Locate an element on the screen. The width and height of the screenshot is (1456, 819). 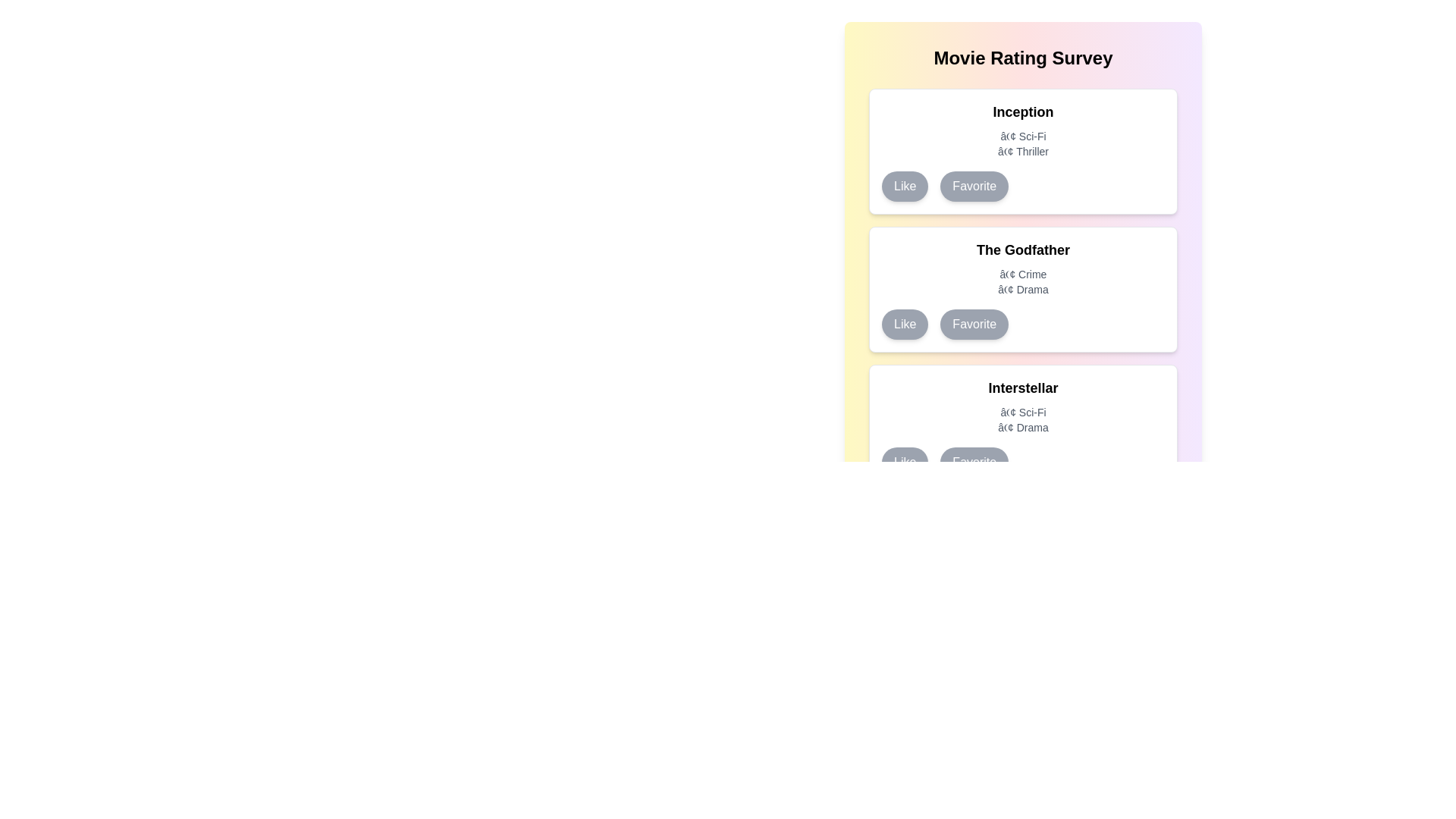
the text label 'â€¢ Sci-Fi' which is located under the 'Interstellar' movie title and styled with a smaller gray font is located at coordinates (1023, 412).